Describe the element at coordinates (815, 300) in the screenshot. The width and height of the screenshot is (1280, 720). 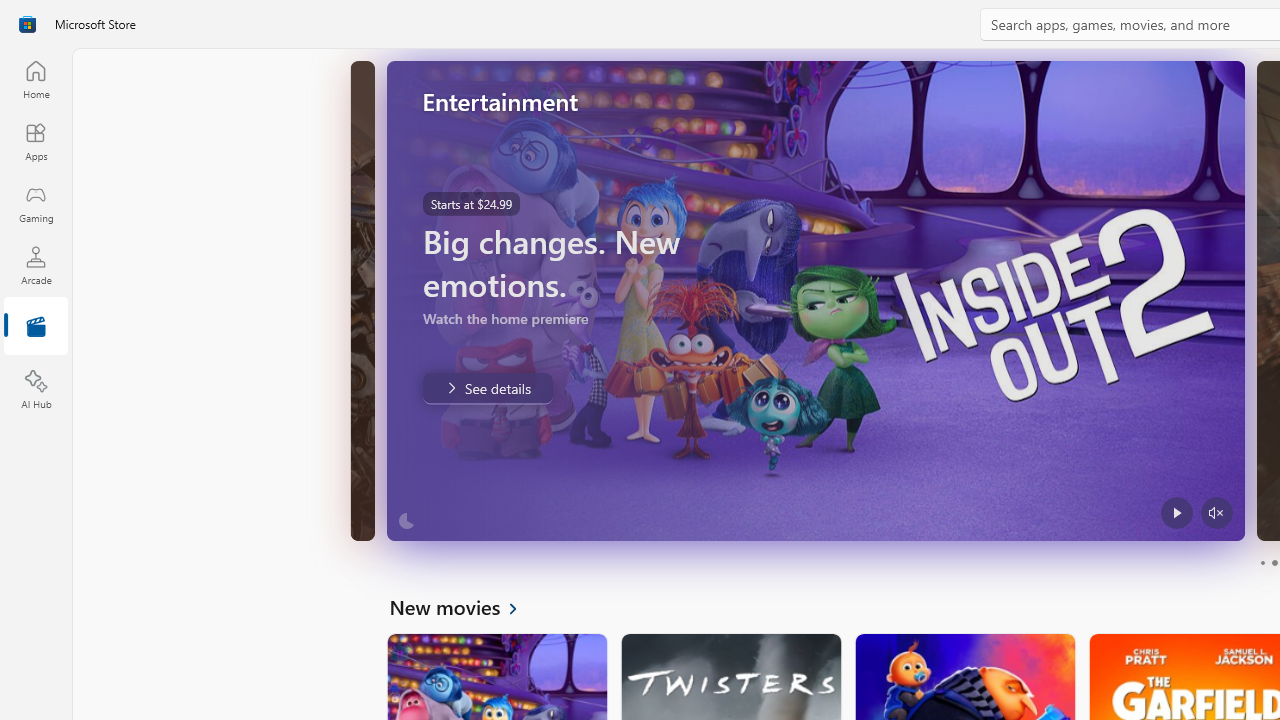
I see `'AutomationID: Image'` at that location.